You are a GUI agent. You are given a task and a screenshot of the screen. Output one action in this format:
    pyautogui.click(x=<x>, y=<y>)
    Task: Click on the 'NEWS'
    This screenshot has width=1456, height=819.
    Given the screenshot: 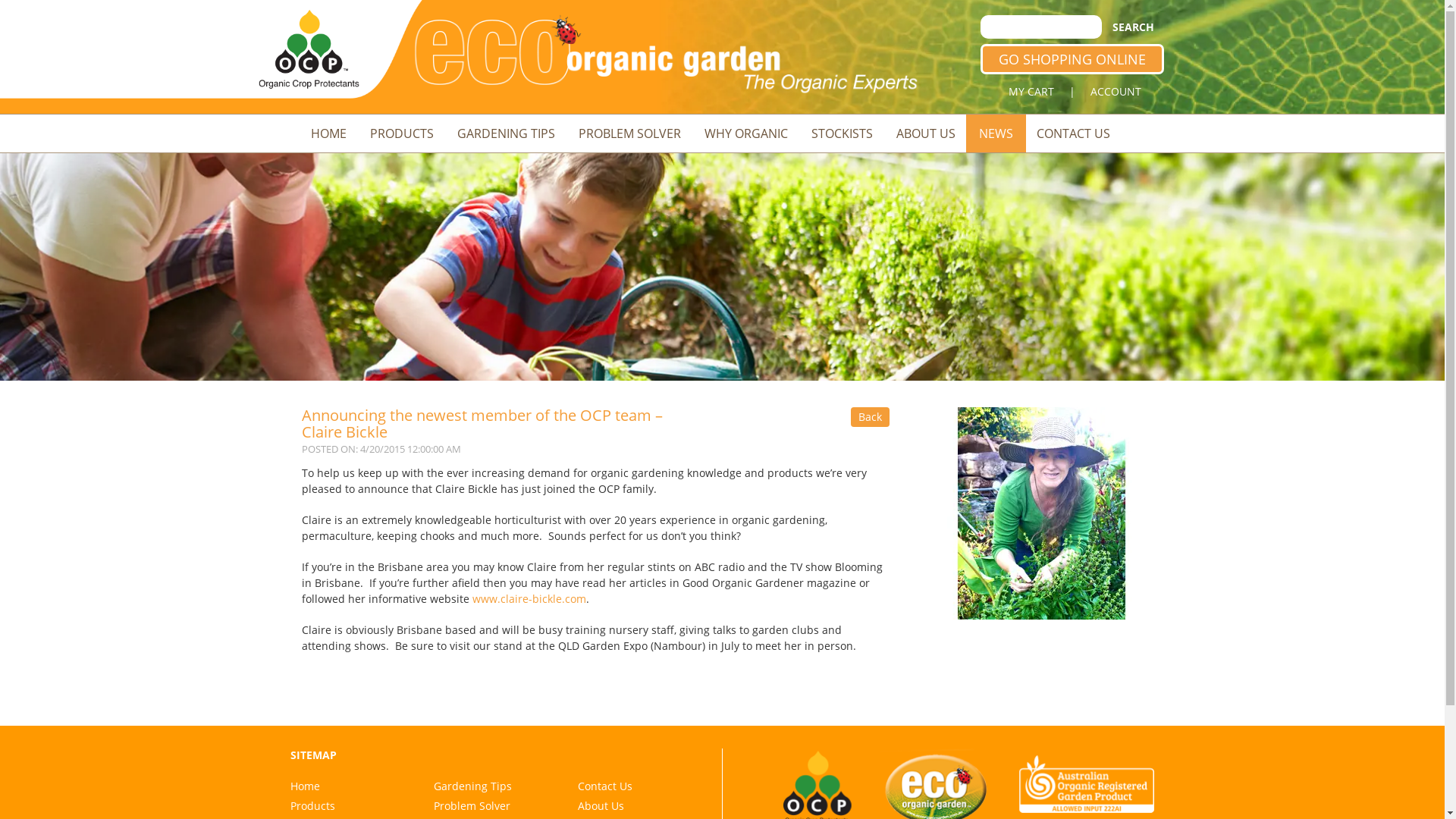 What is the action you would take?
    pyautogui.click(x=996, y=133)
    